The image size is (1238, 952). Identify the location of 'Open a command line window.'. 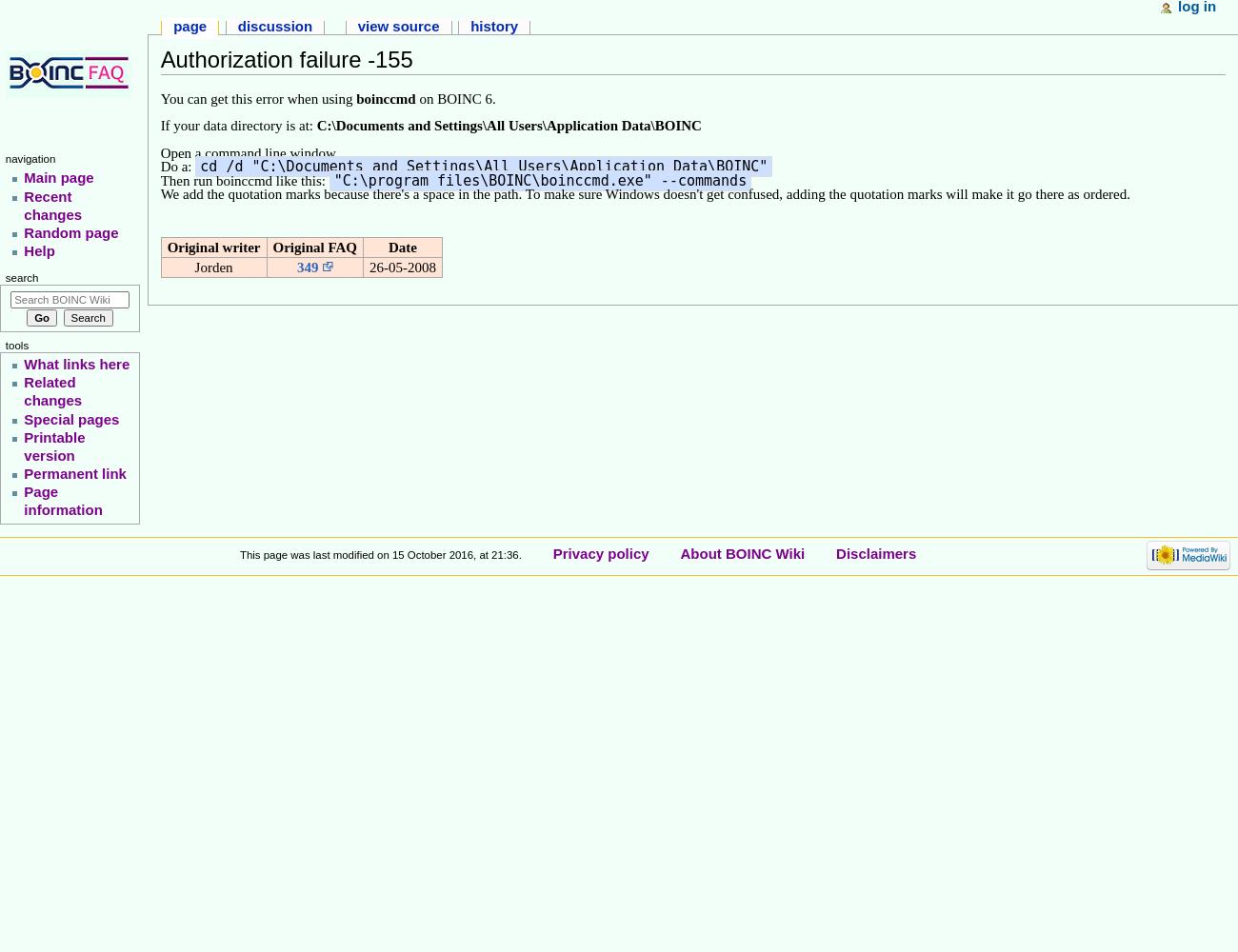
(248, 153).